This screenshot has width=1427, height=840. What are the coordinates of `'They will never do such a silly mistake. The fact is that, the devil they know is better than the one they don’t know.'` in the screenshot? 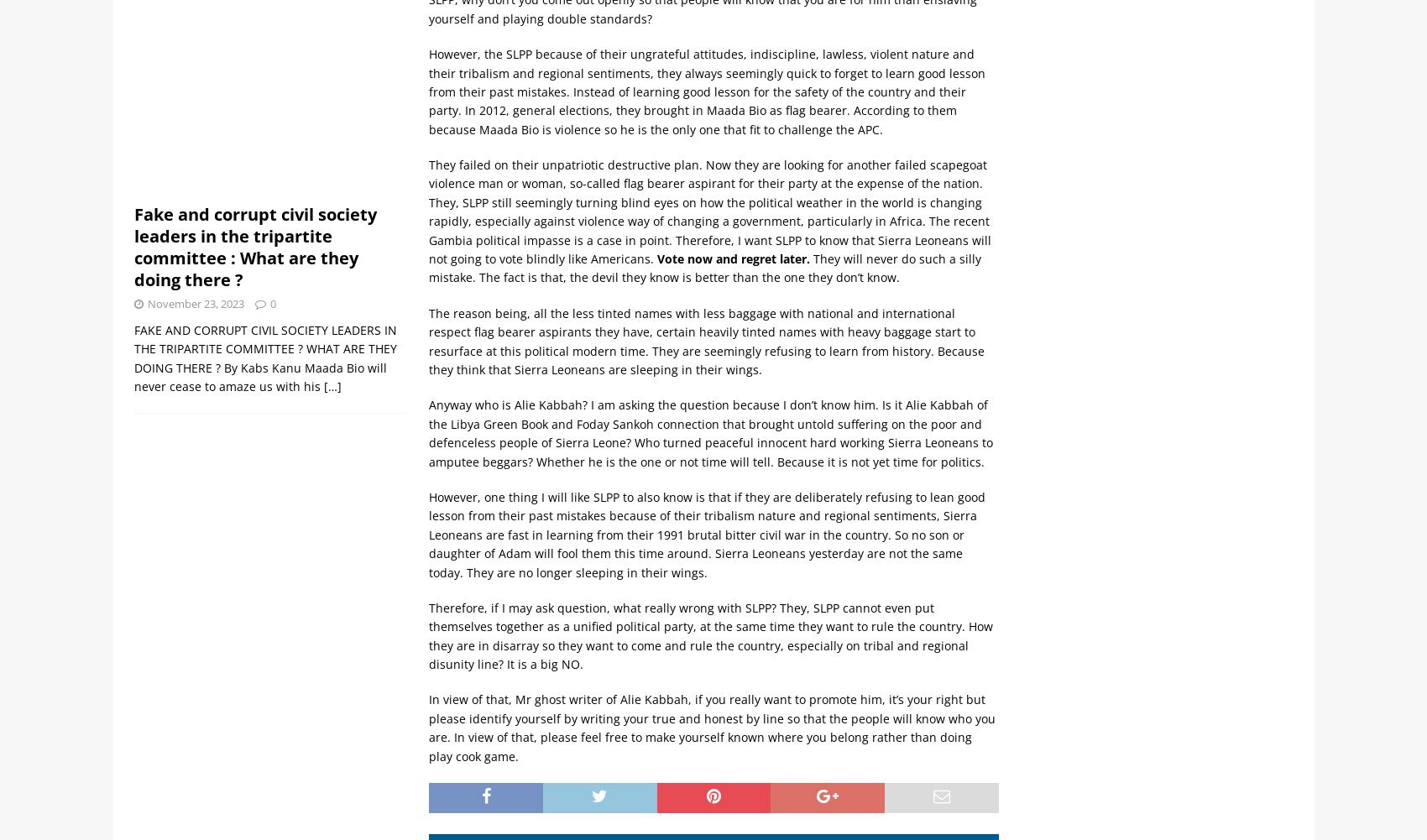 It's located at (703, 268).